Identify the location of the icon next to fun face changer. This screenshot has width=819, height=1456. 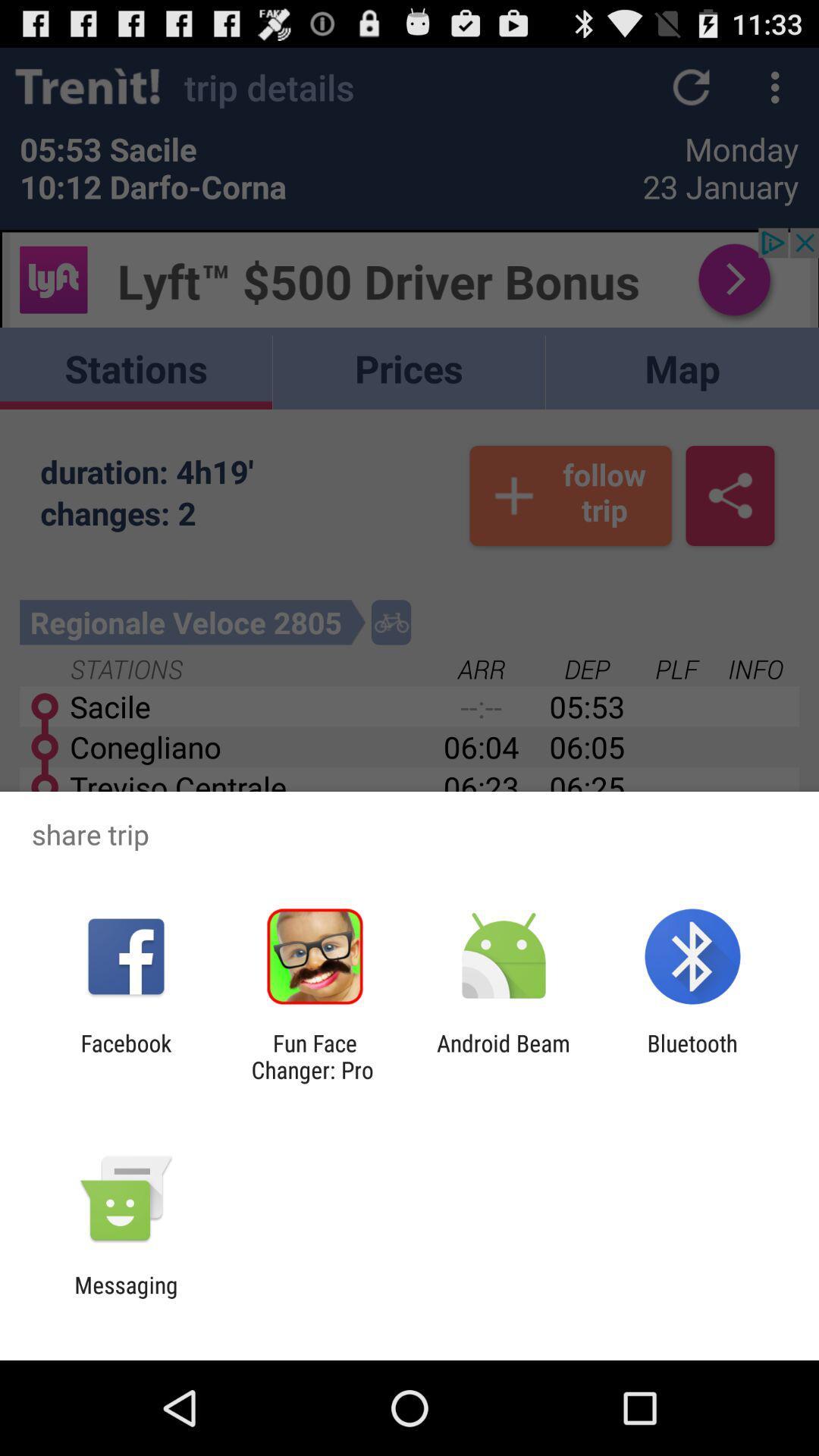
(125, 1056).